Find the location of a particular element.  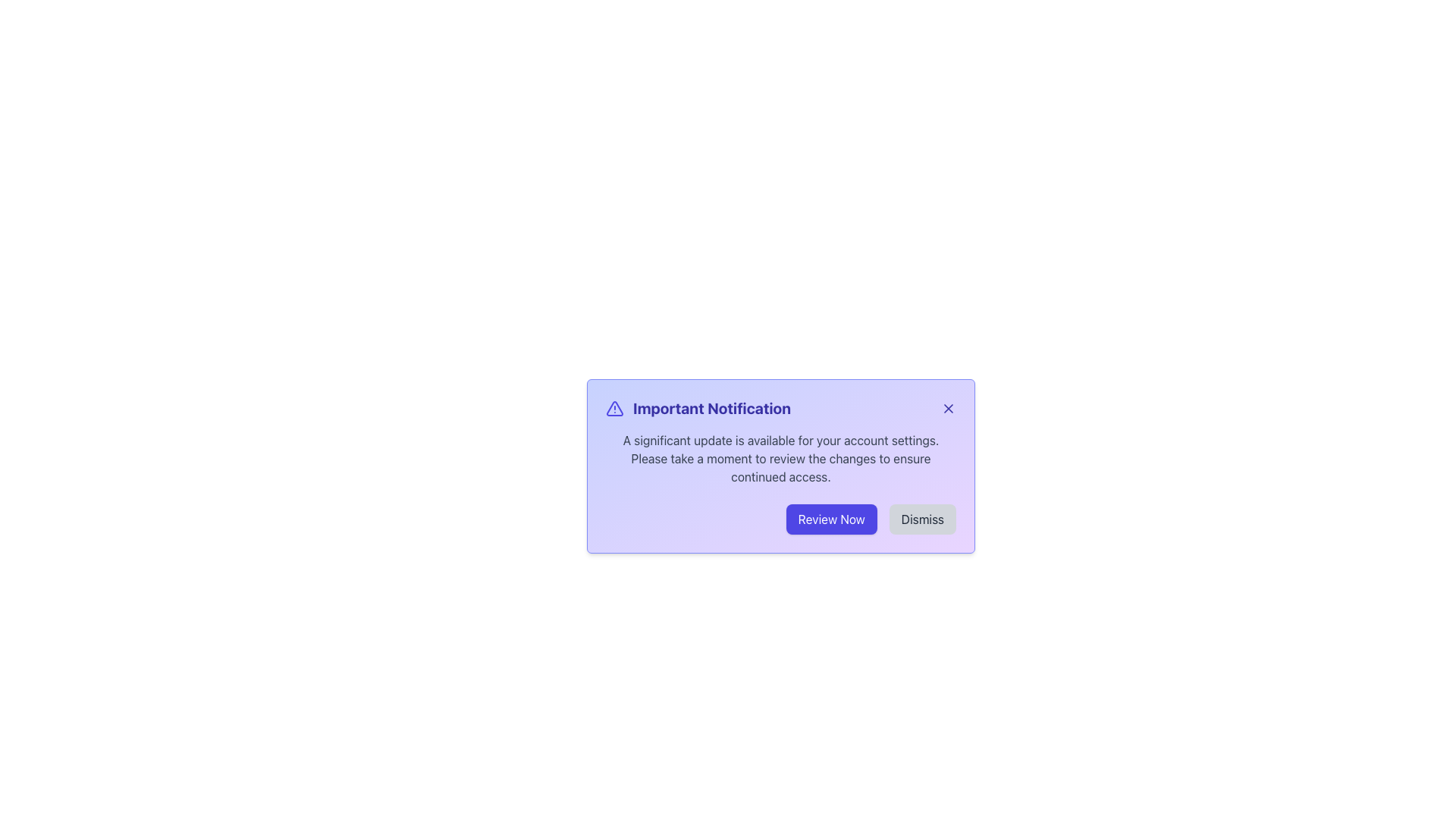

the rectangular button labeled 'Review Now' with an indigo background and white text, located in the bottom-right corner of the notification modal, to trigger the appearance change is located at coordinates (830, 519).